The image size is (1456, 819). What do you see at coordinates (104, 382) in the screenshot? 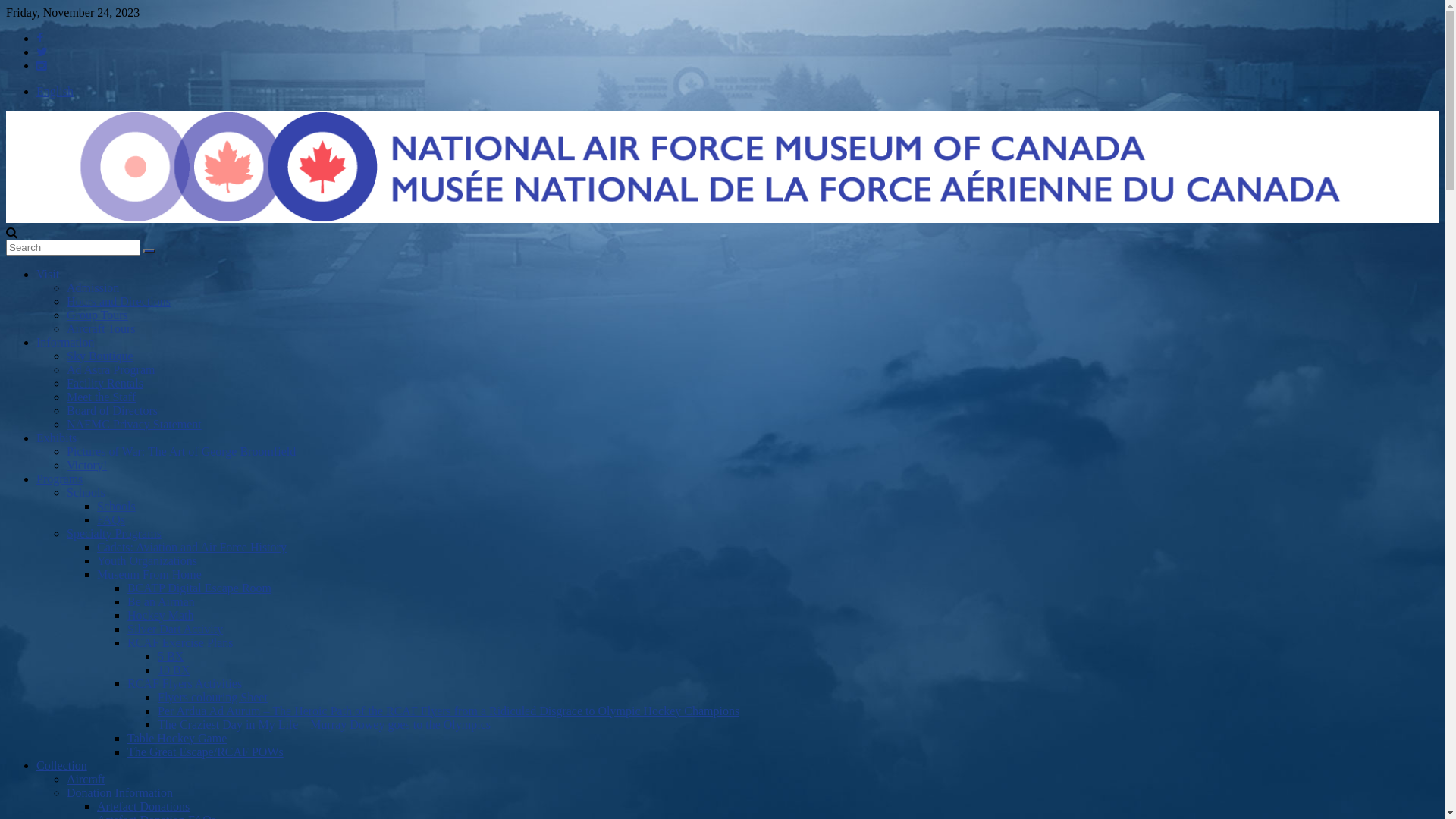
I see `'Facility Rentals'` at bounding box center [104, 382].